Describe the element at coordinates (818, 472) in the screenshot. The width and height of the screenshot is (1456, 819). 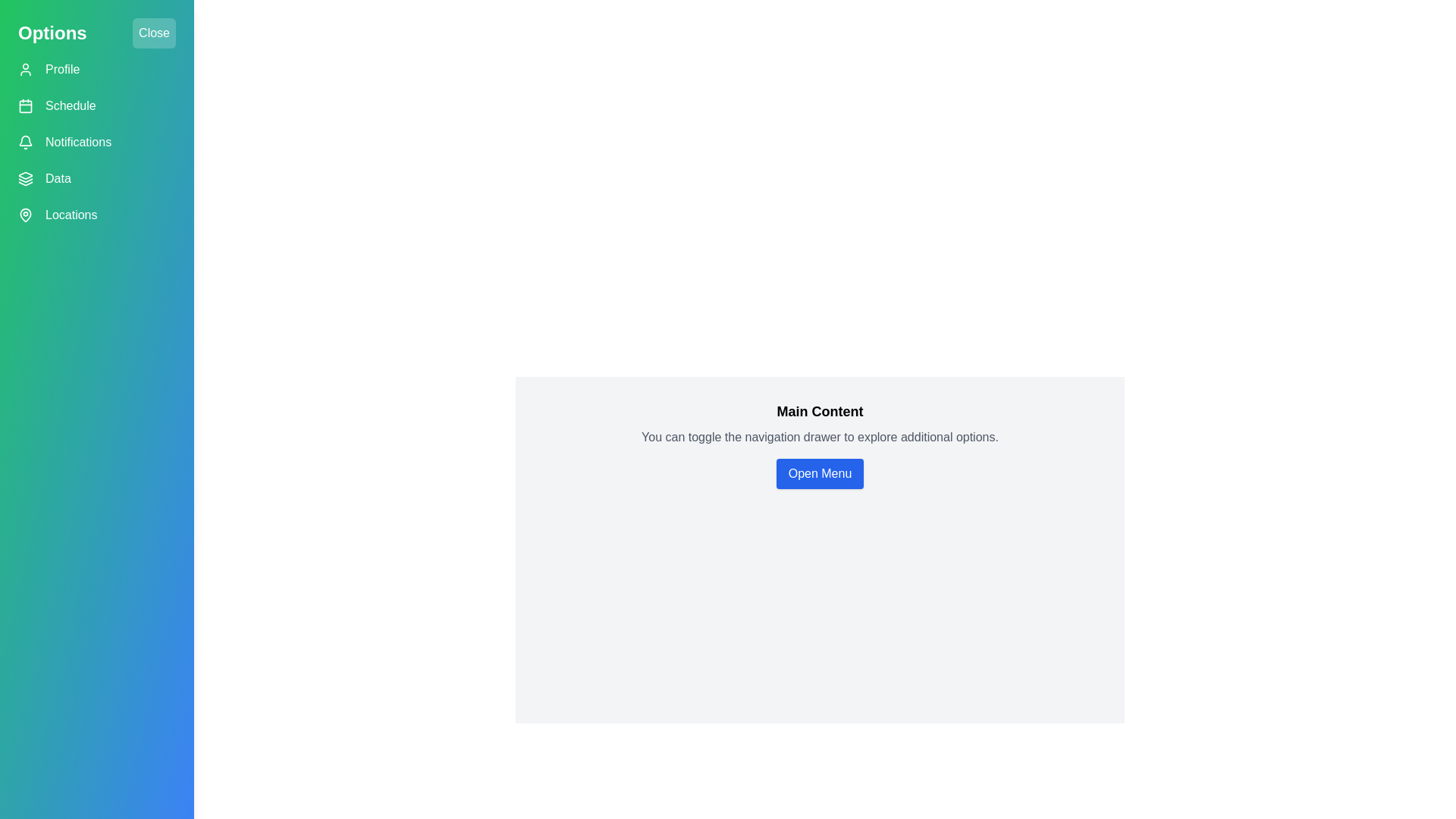
I see `the 'Open Menu' button in the main content area` at that location.